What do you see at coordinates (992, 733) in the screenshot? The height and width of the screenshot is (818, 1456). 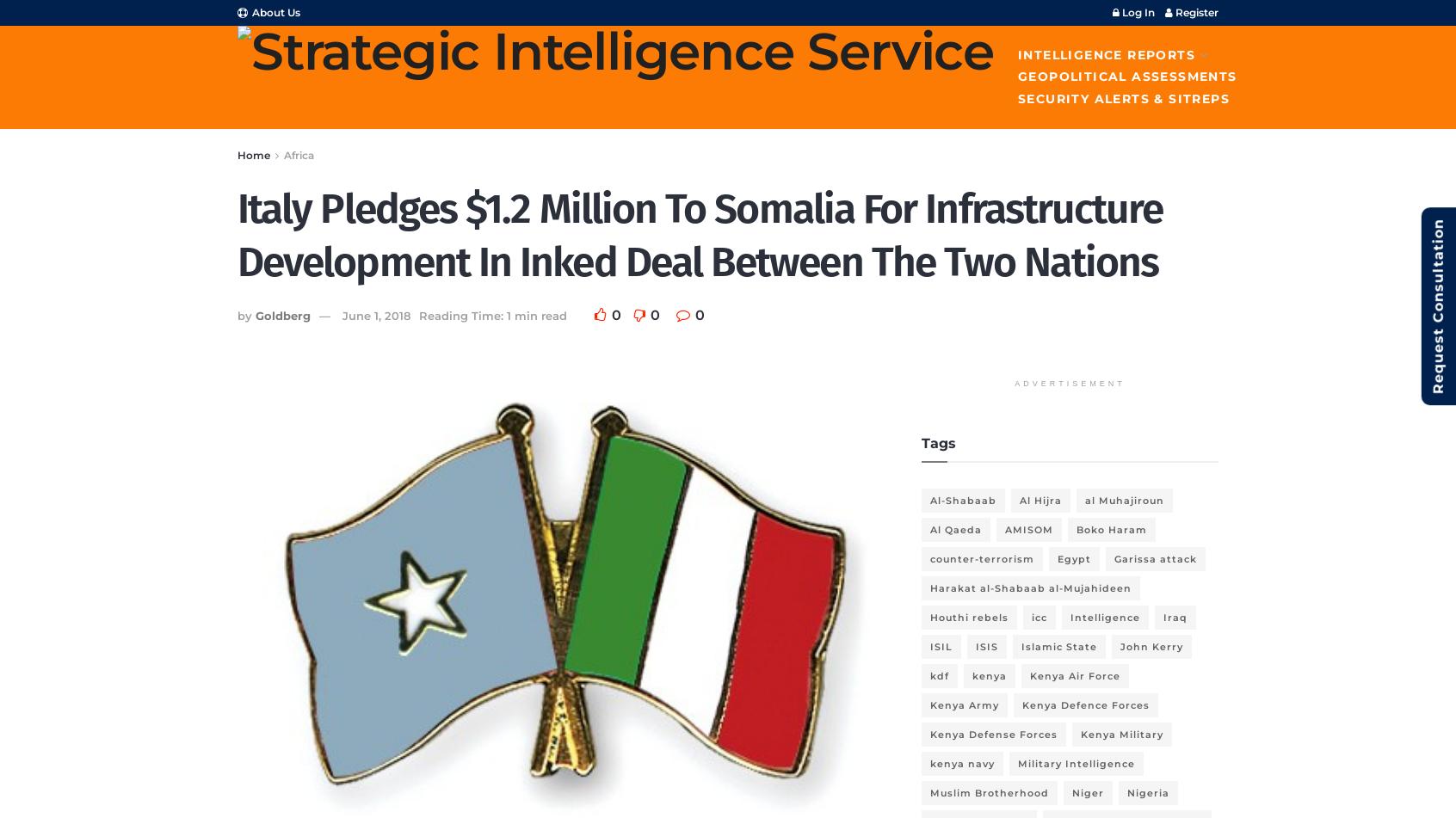 I see `'Kenya Defense Forces'` at bounding box center [992, 733].